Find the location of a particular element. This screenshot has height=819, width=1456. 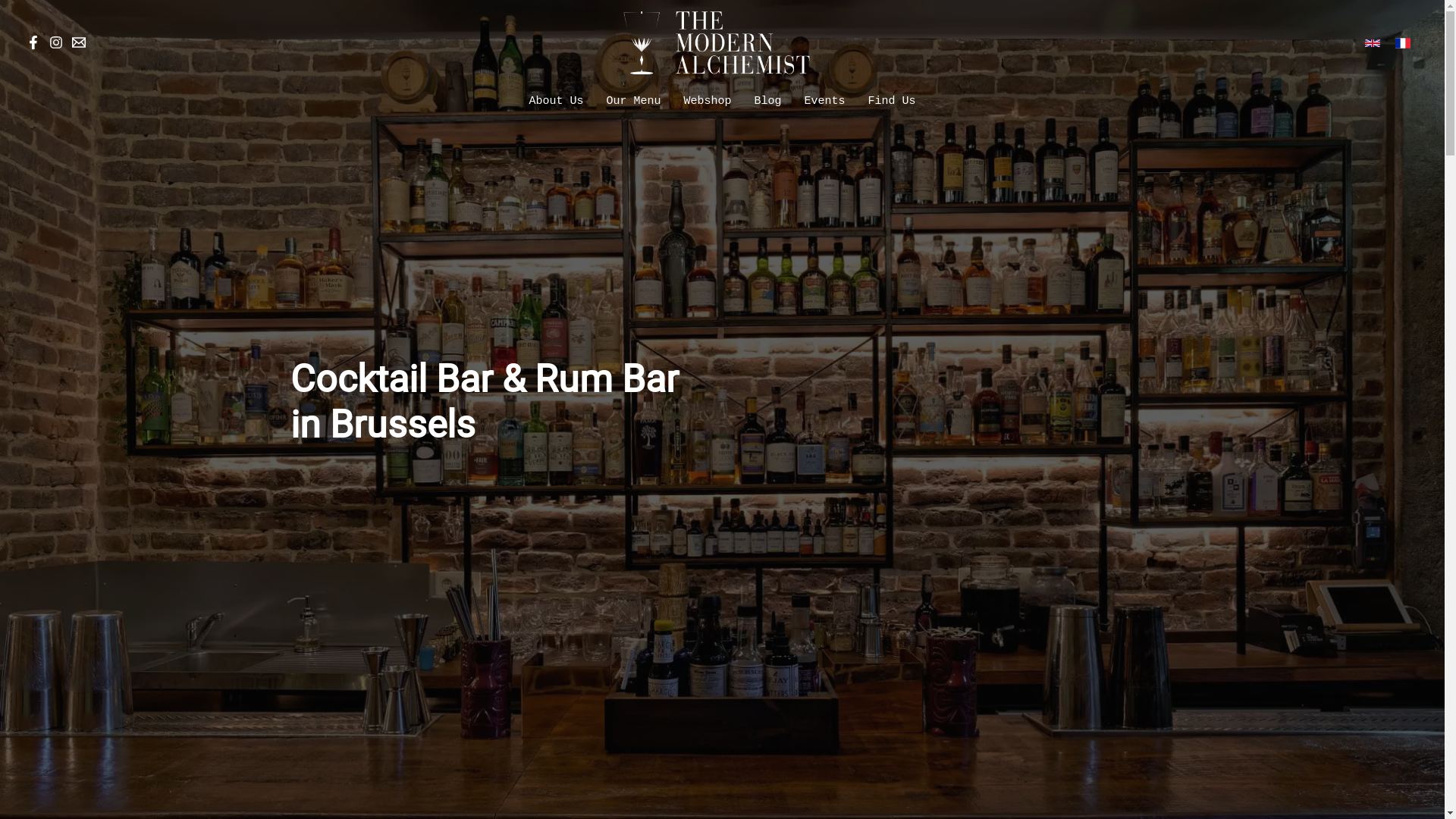

'Events' is located at coordinates (824, 101).